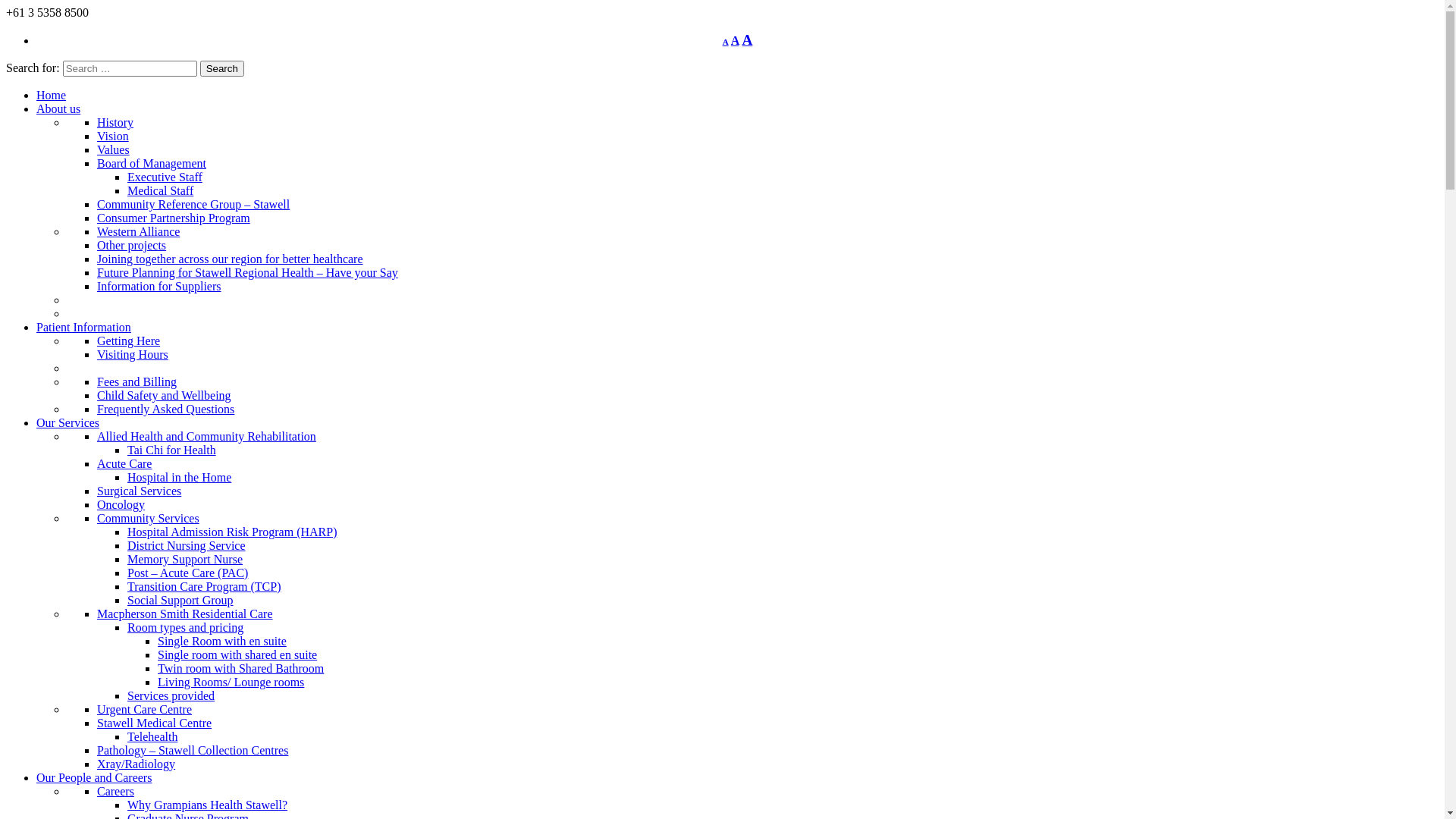 This screenshot has width=1456, height=819. Describe the element at coordinates (203, 585) in the screenshot. I see `'Transition Care Program (TCP)'` at that location.